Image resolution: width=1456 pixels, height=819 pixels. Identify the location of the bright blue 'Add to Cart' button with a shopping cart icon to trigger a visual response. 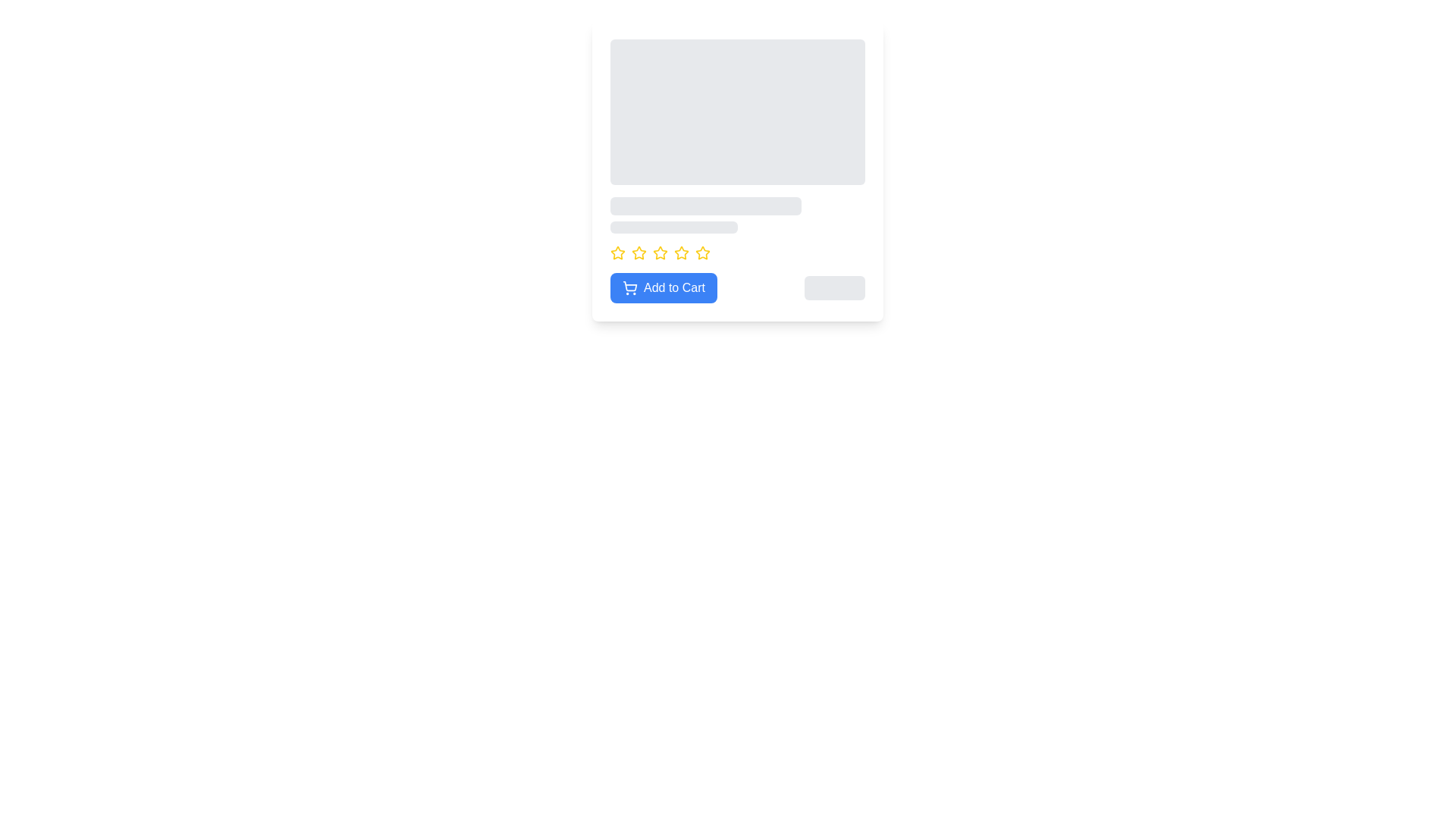
(664, 288).